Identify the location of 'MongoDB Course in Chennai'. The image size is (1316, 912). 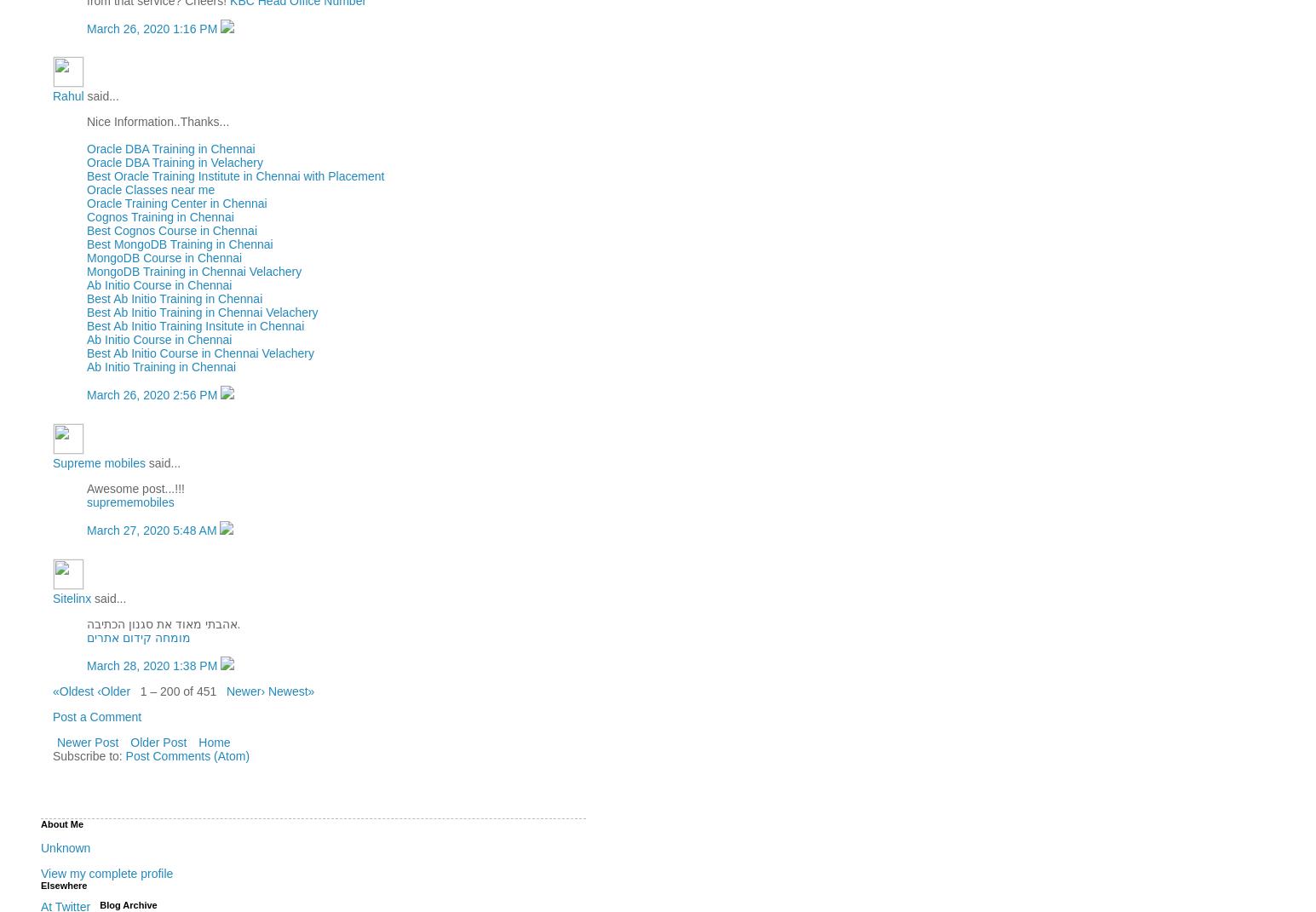
(164, 257).